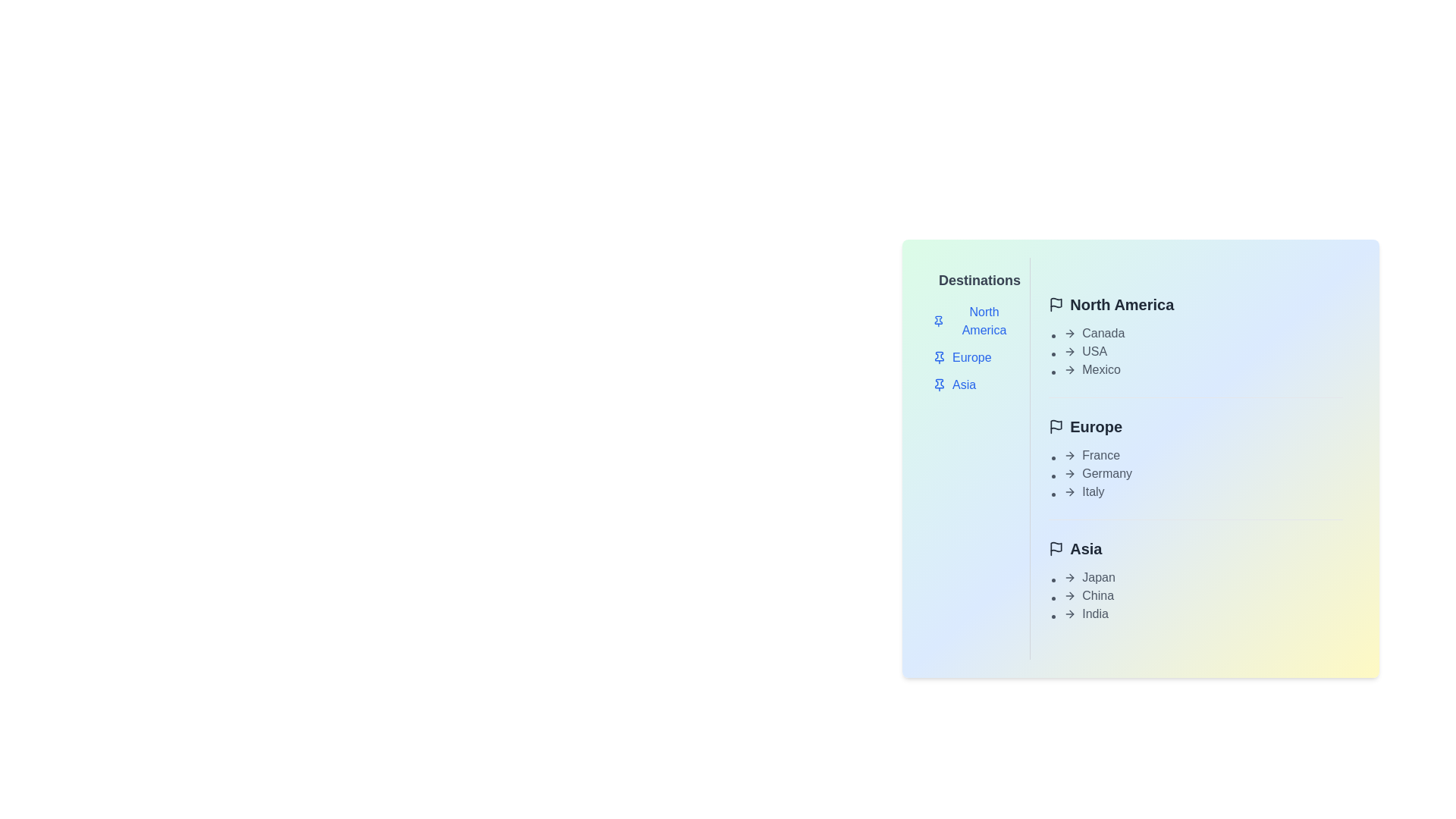 This screenshot has height=819, width=1456. I want to click on information presented in the 'North America' section, which includes the title in bold and an indented list of countries (Canada, USA, and Mexico) with arrow icons, so click(1195, 335).